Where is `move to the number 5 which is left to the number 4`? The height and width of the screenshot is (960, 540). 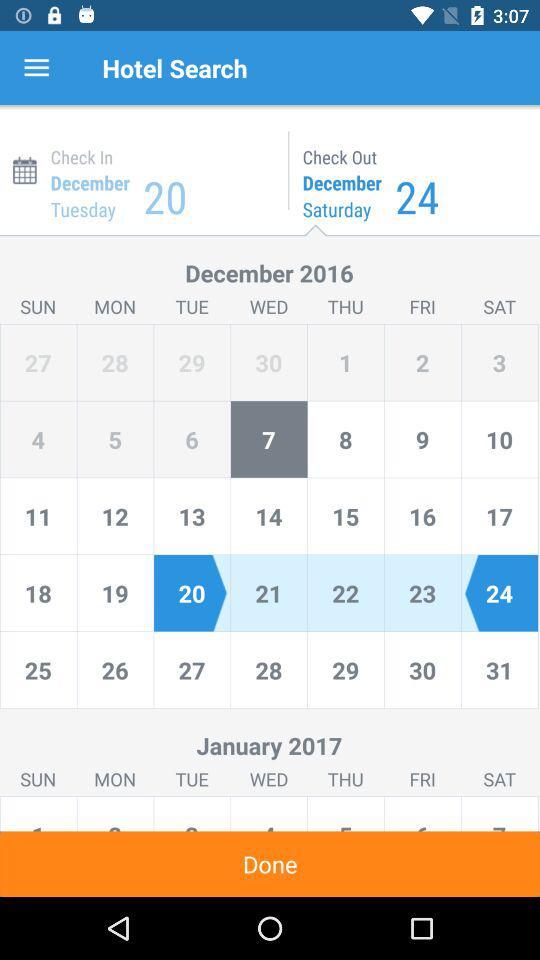
move to the number 5 which is left to the number 4 is located at coordinates (115, 439).